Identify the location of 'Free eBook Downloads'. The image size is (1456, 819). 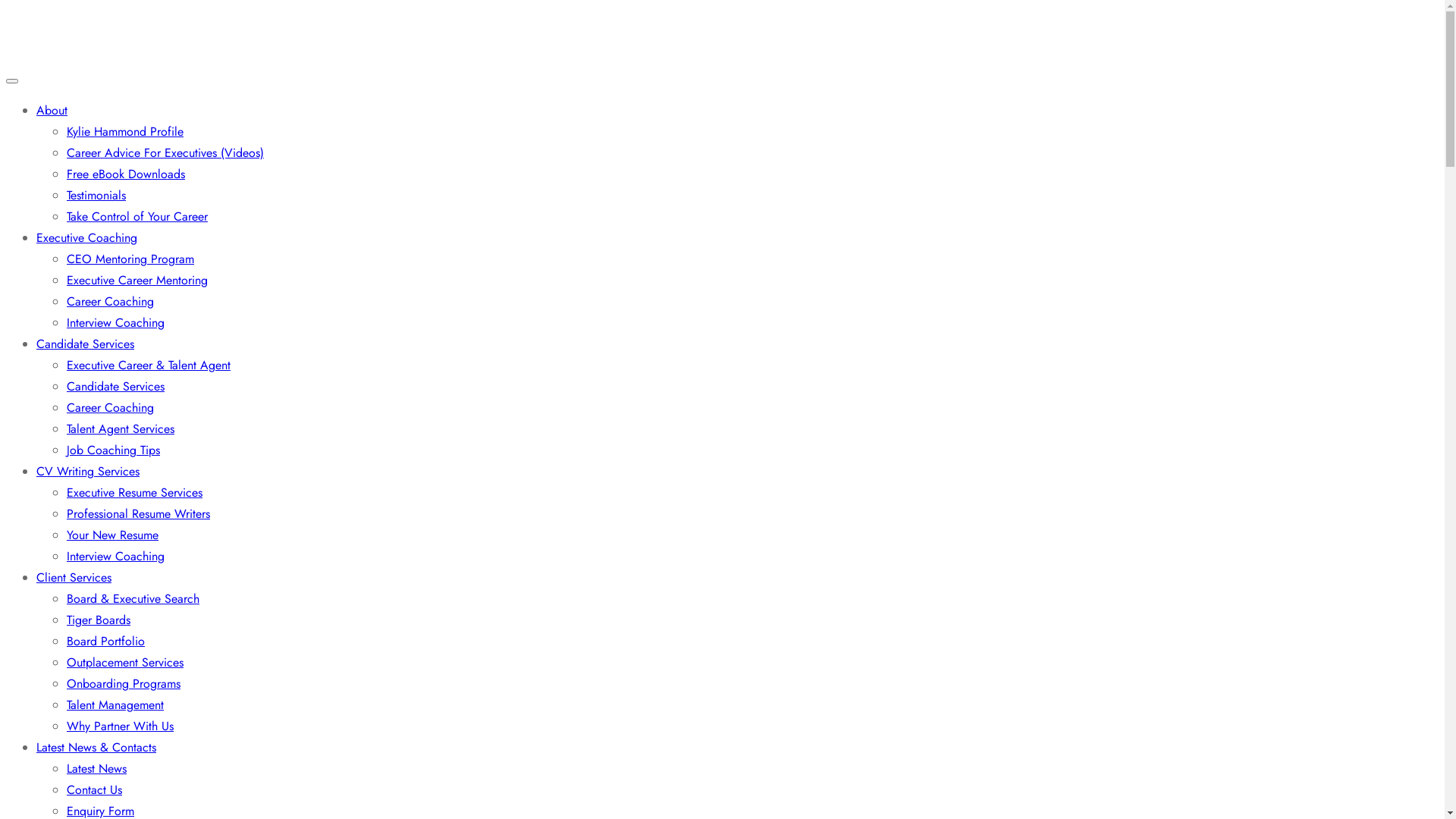
(126, 173).